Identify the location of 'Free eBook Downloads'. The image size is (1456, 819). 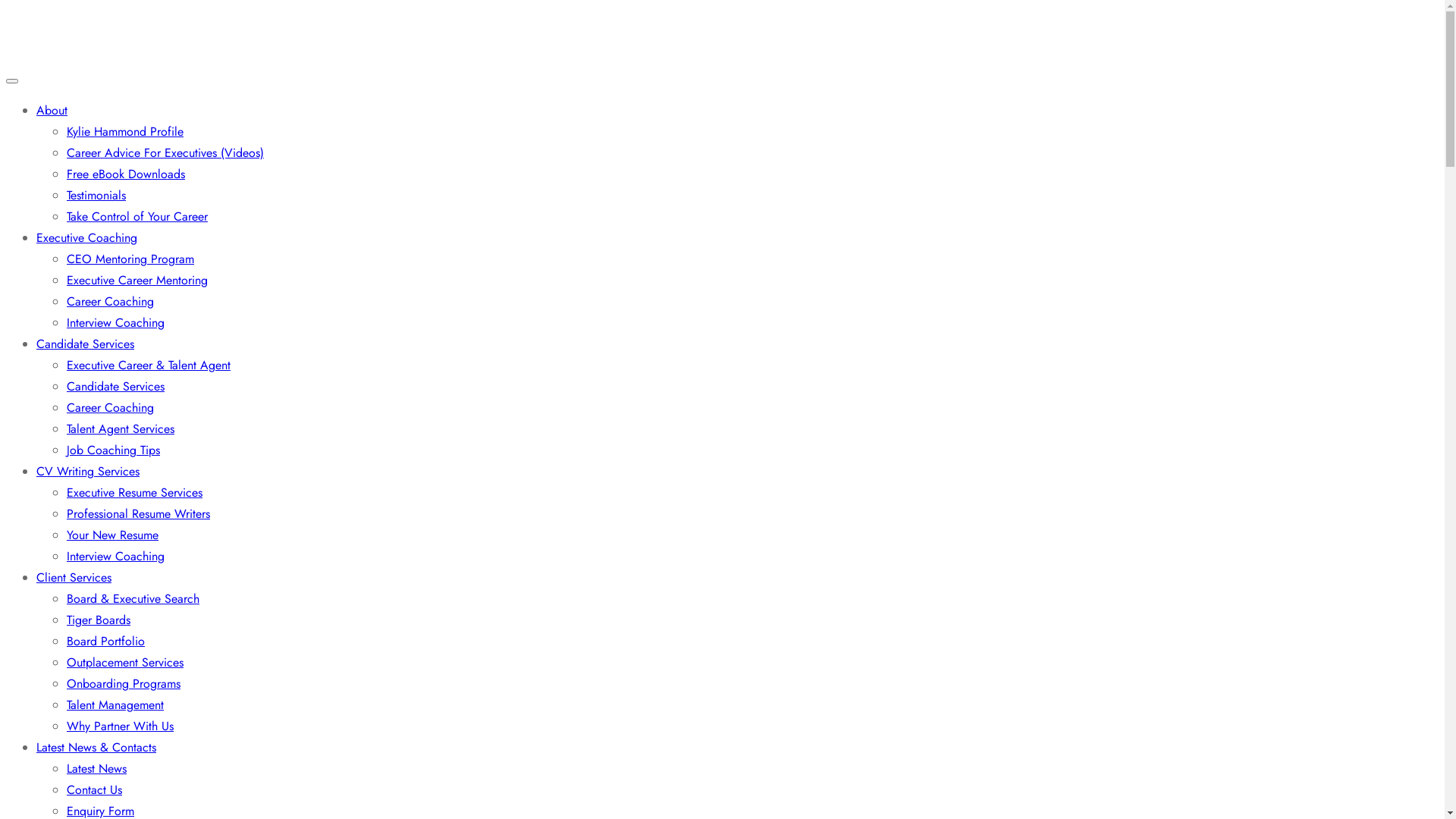
(126, 173).